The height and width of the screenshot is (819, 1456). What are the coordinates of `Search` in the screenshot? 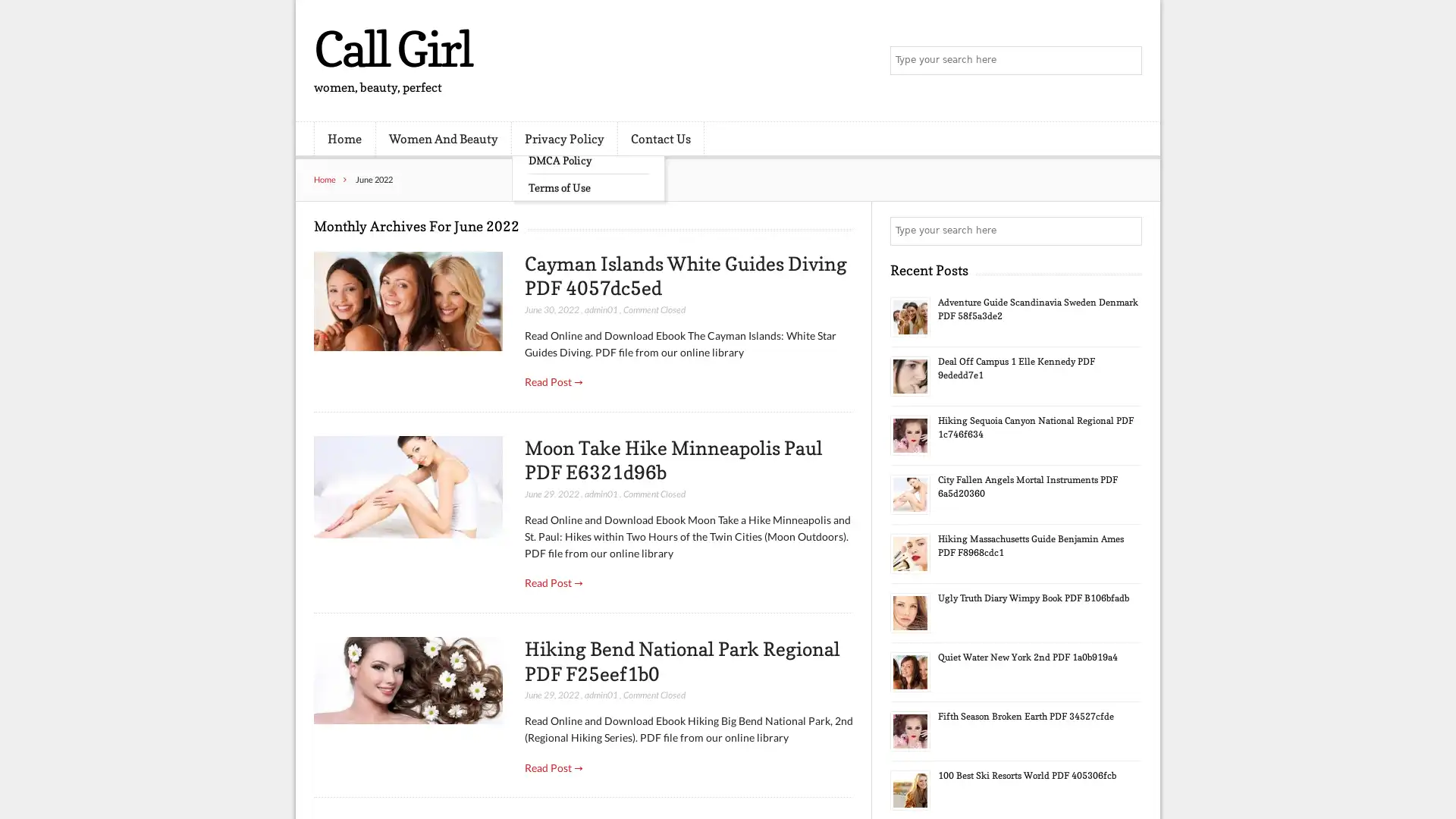 It's located at (1126, 231).